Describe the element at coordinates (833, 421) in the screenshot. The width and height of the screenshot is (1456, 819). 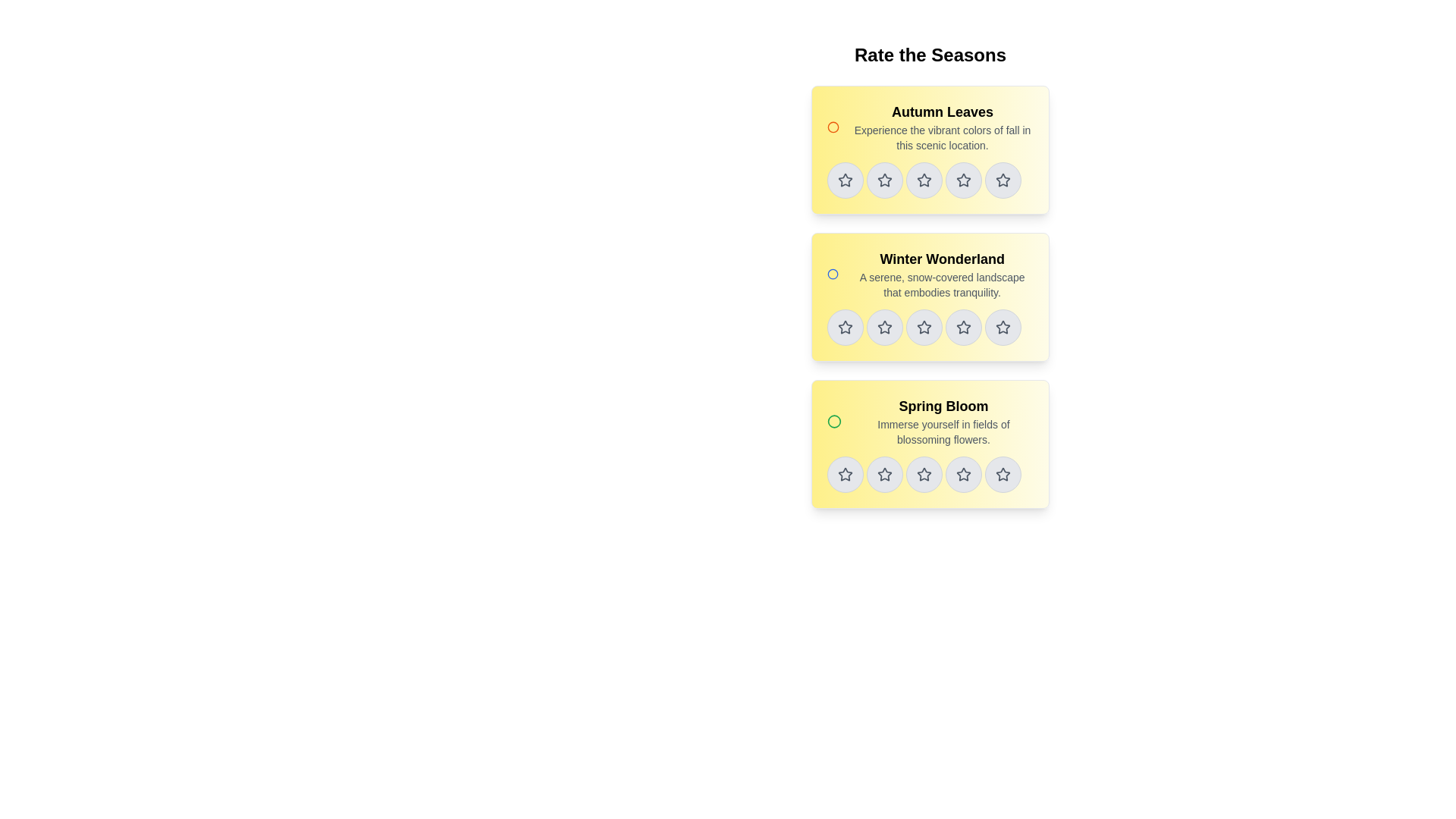
I see `the small circular icon with a green outline located at the top-left corner of the 'Spring Bloom' card, adjacent to the text content` at that location.